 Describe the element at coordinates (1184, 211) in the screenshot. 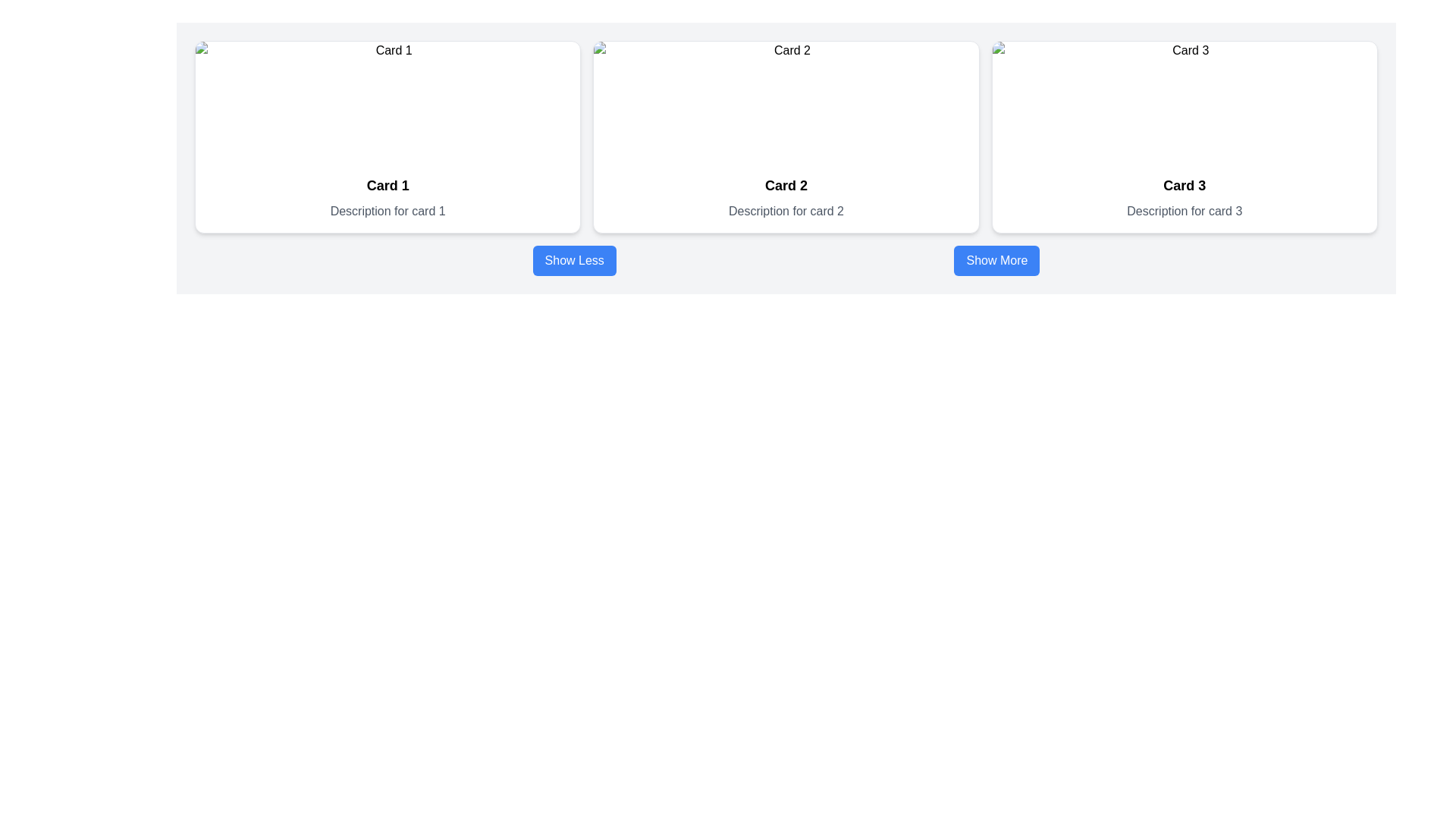

I see `the text display that shows 'Description for card 3', which is located below the title 'Card 3' in the third card of a horizontal arrangement of cards` at that location.